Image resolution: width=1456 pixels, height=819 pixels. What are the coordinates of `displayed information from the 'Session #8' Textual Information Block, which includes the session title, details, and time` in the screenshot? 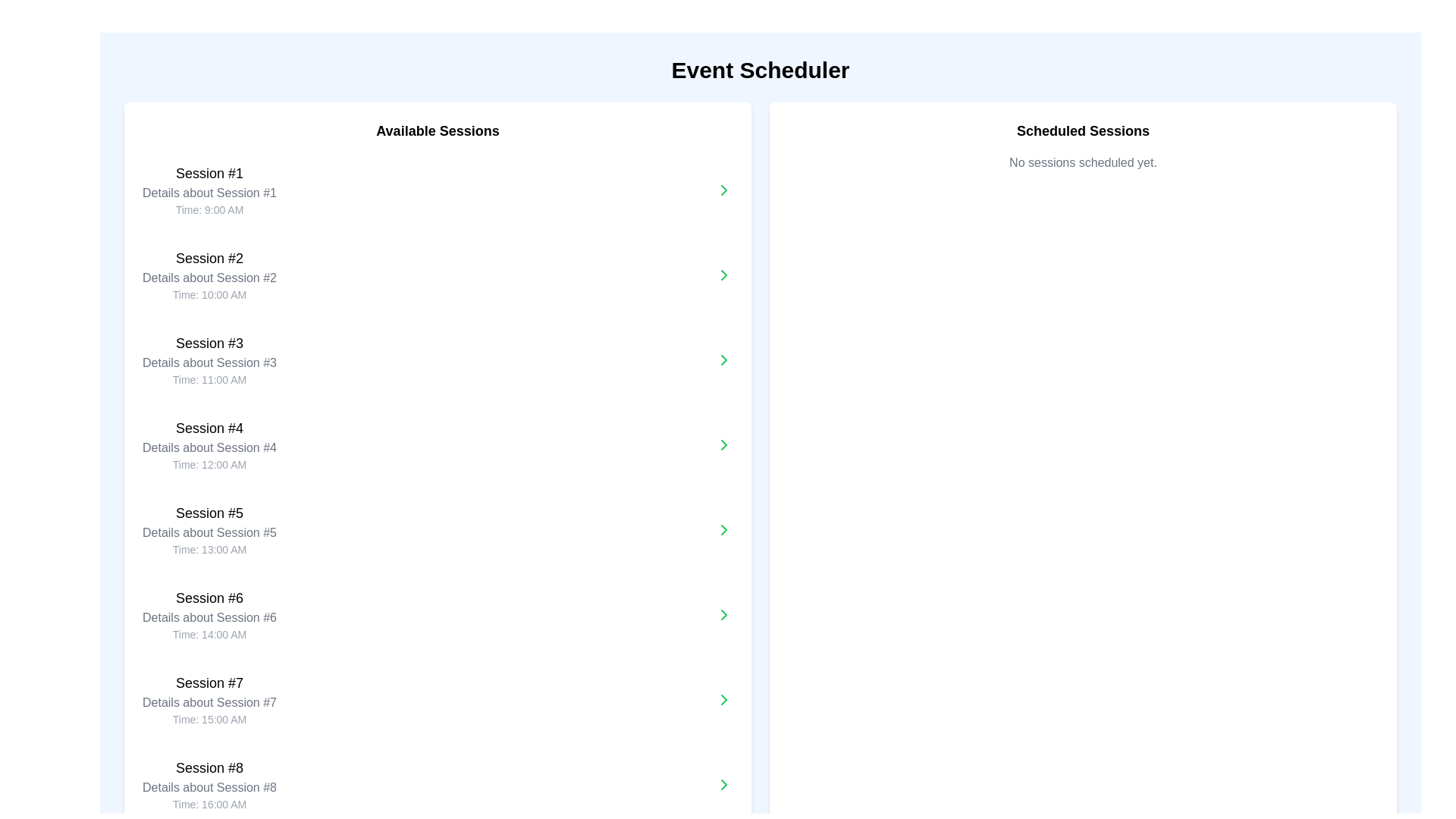 It's located at (209, 784).